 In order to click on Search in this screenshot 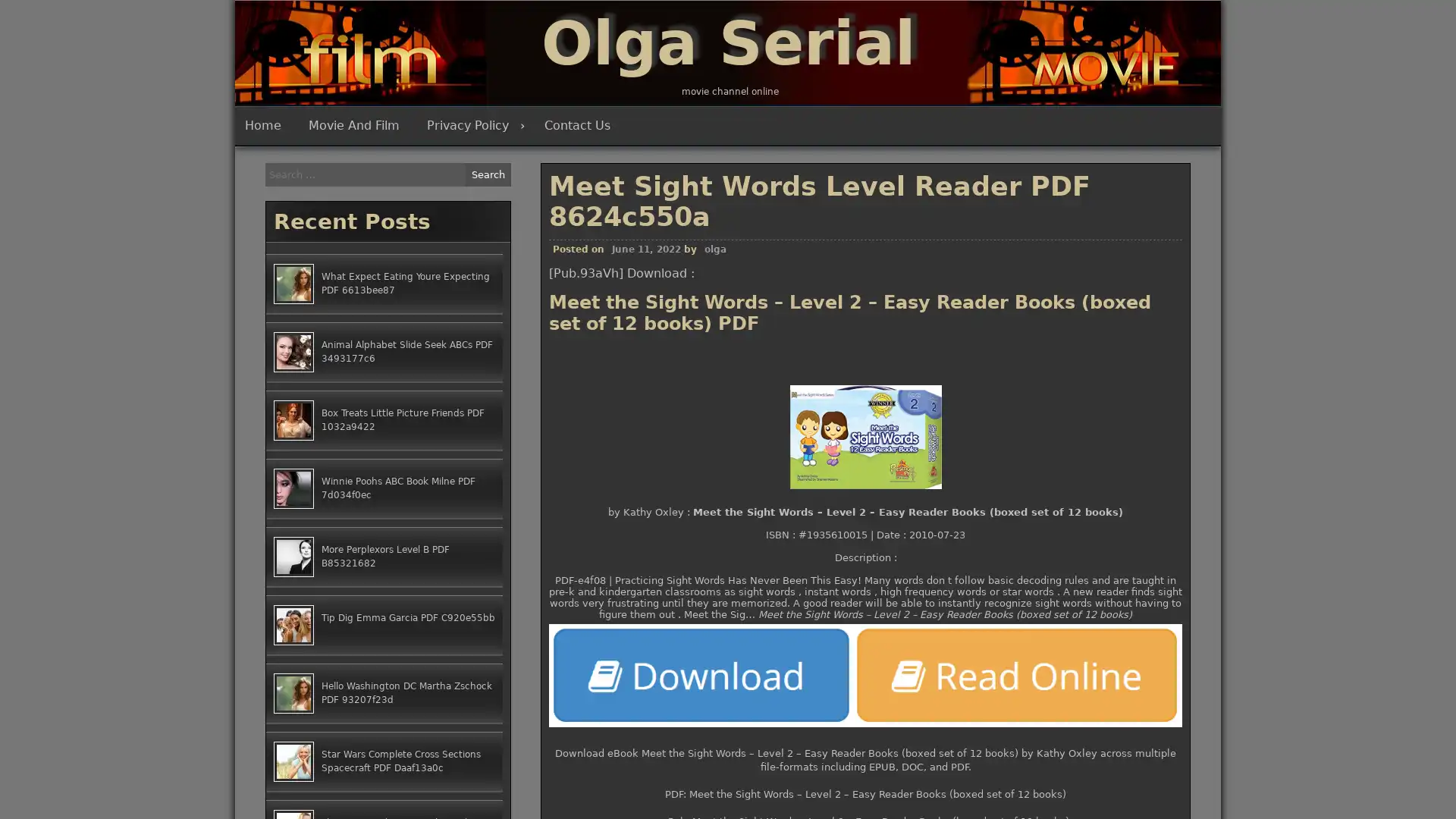, I will do `click(488, 174)`.